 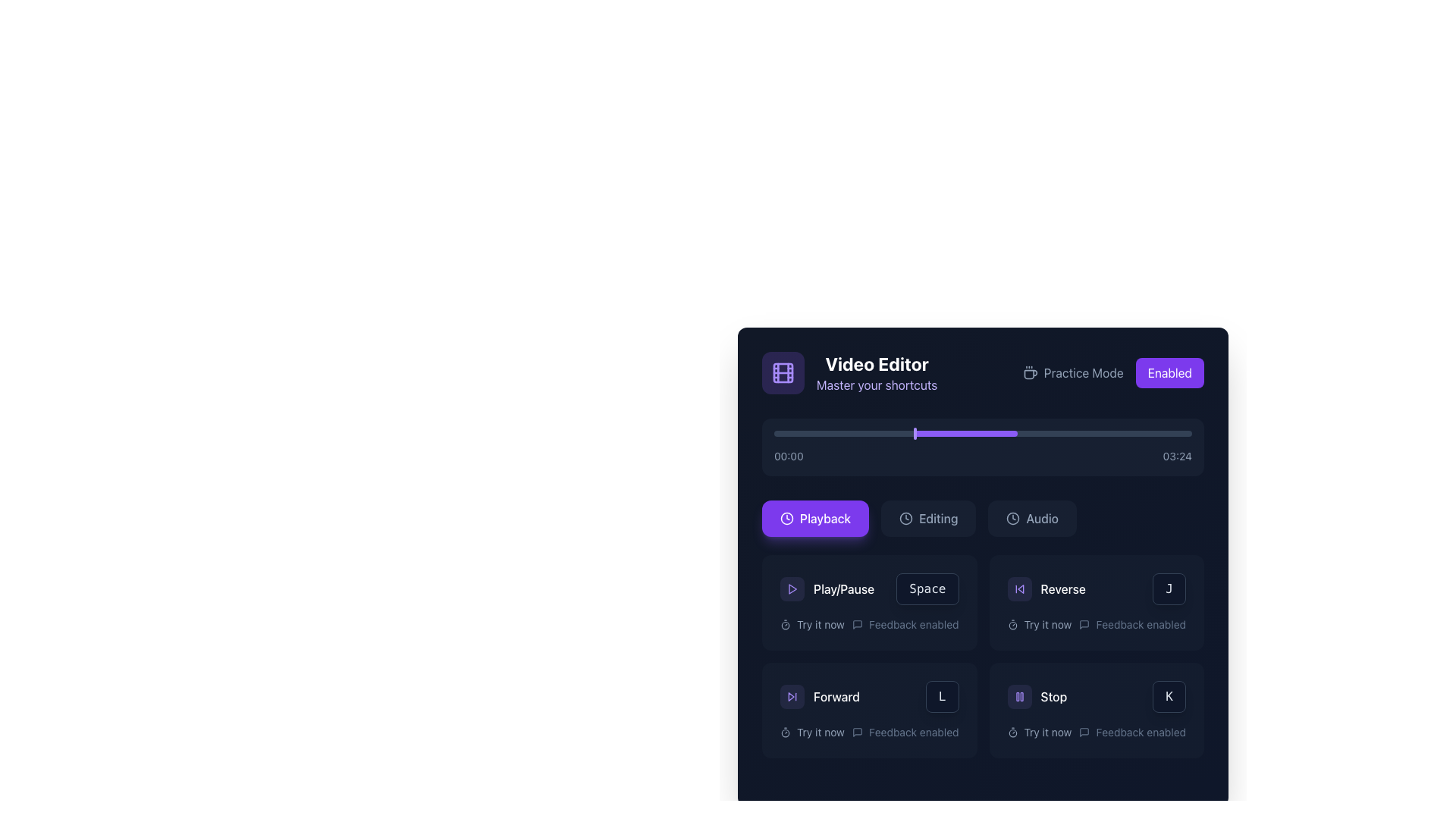 What do you see at coordinates (1169, 588) in the screenshot?
I see `the 'Reverse' icon located at the bottom right corner of the rectangular button labeled 'Reverse'` at bounding box center [1169, 588].